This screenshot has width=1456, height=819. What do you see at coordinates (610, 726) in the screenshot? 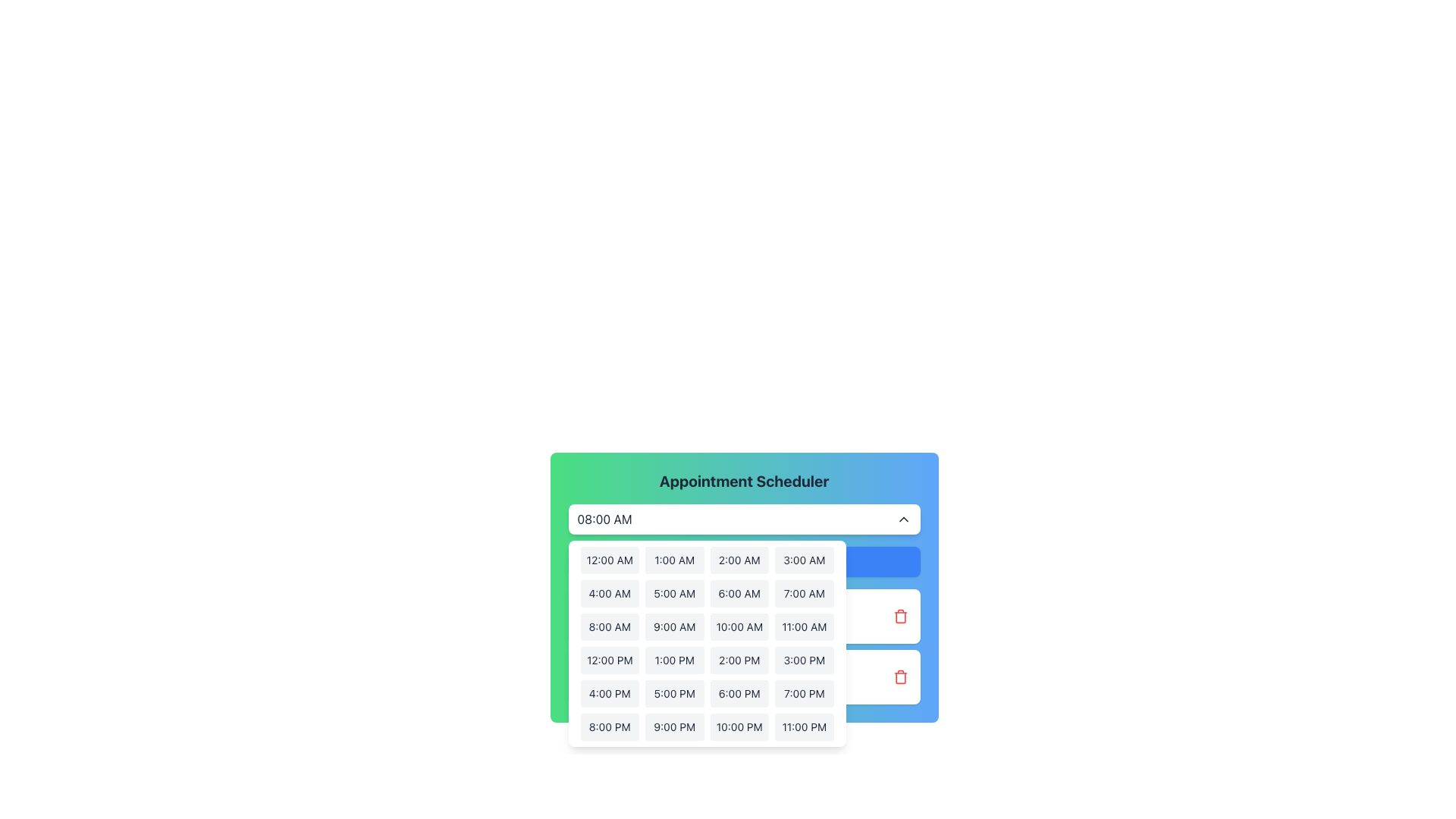
I see `the selectable time option button for '8:00 PM' located in the first column of the last row in the dropdown time selector` at bounding box center [610, 726].